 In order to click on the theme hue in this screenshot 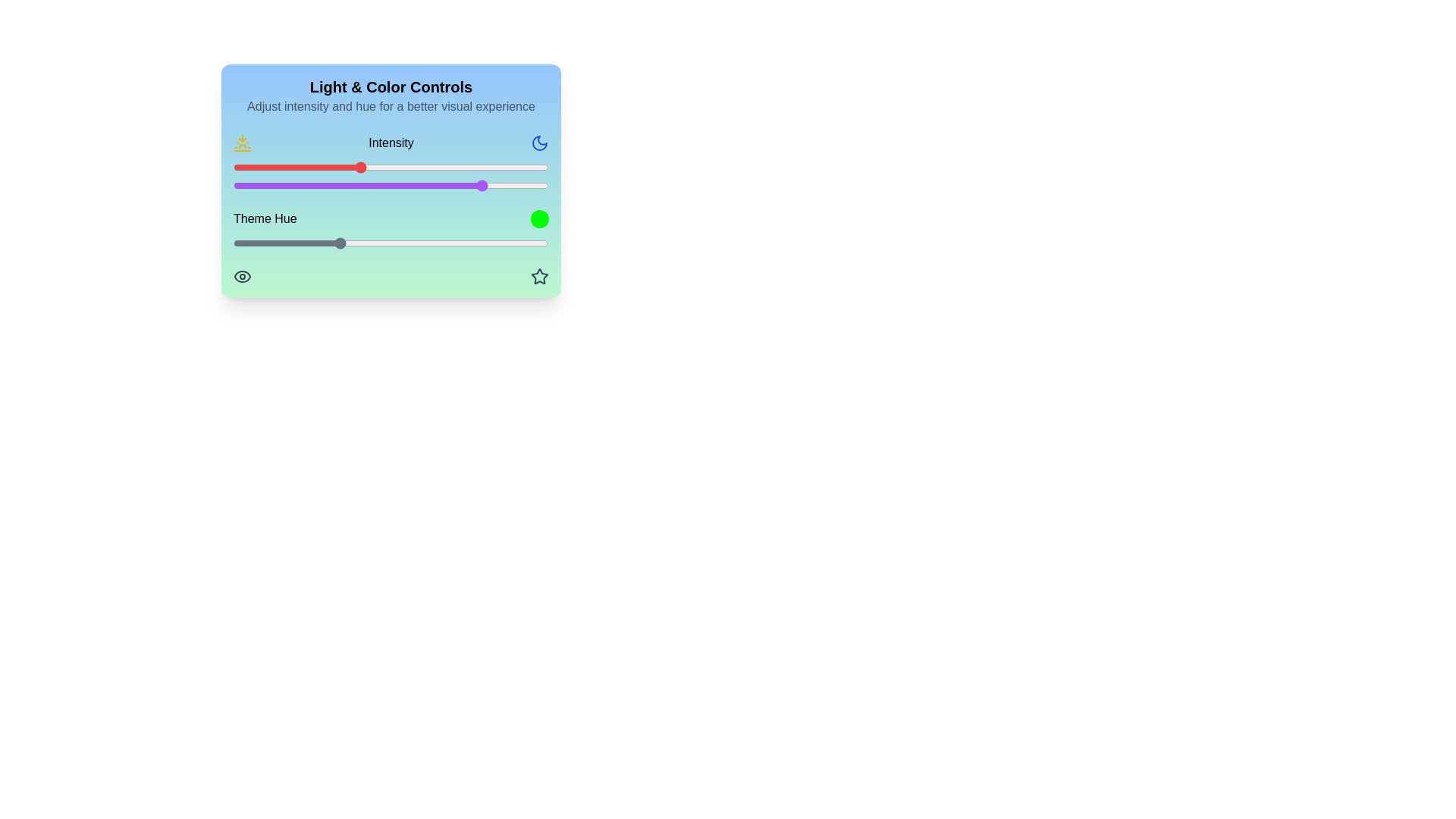, I will do `click(534, 242)`.